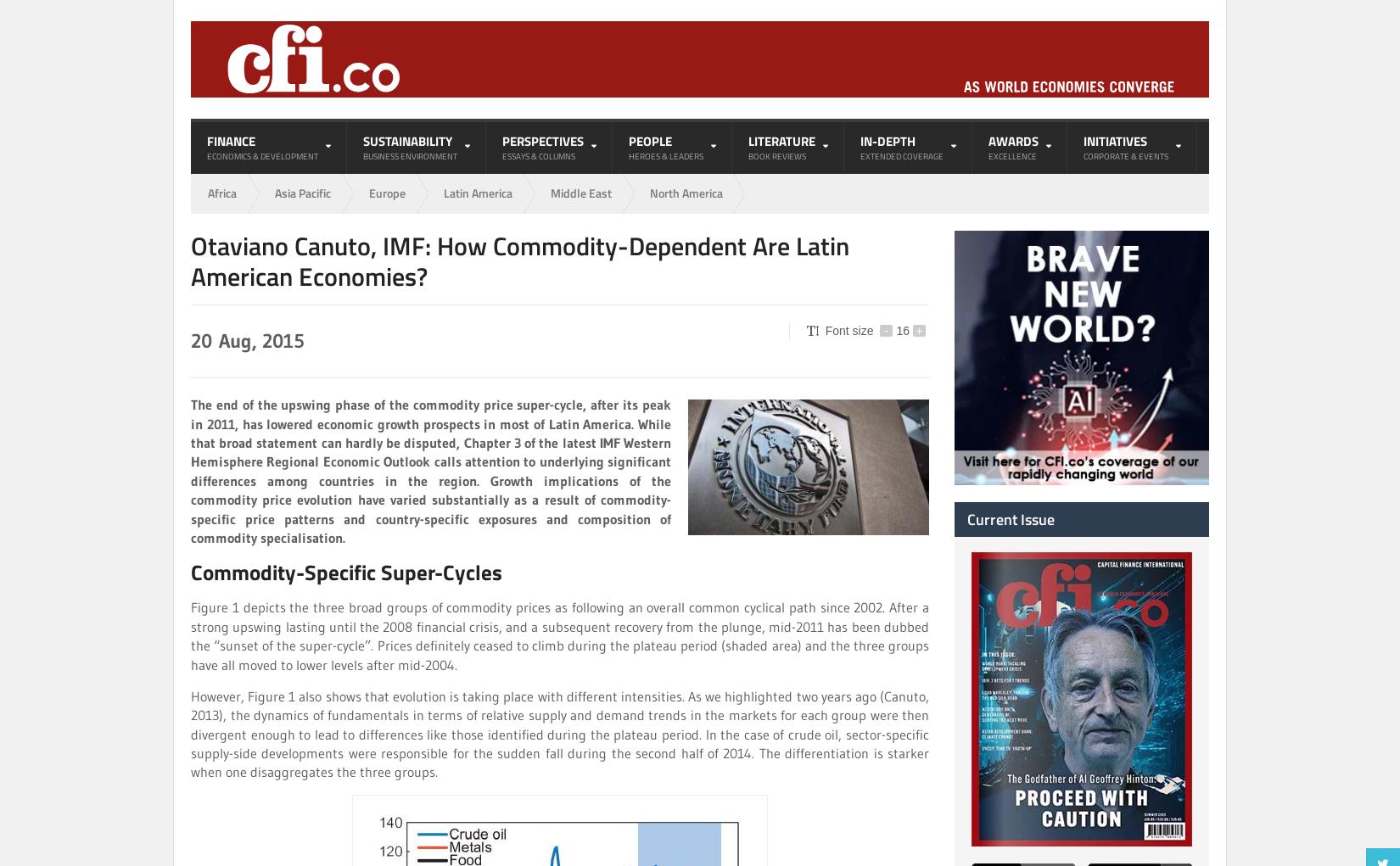 The width and height of the screenshot is (1400, 866). What do you see at coordinates (648, 192) in the screenshot?
I see `'North America'` at bounding box center [648, 192].